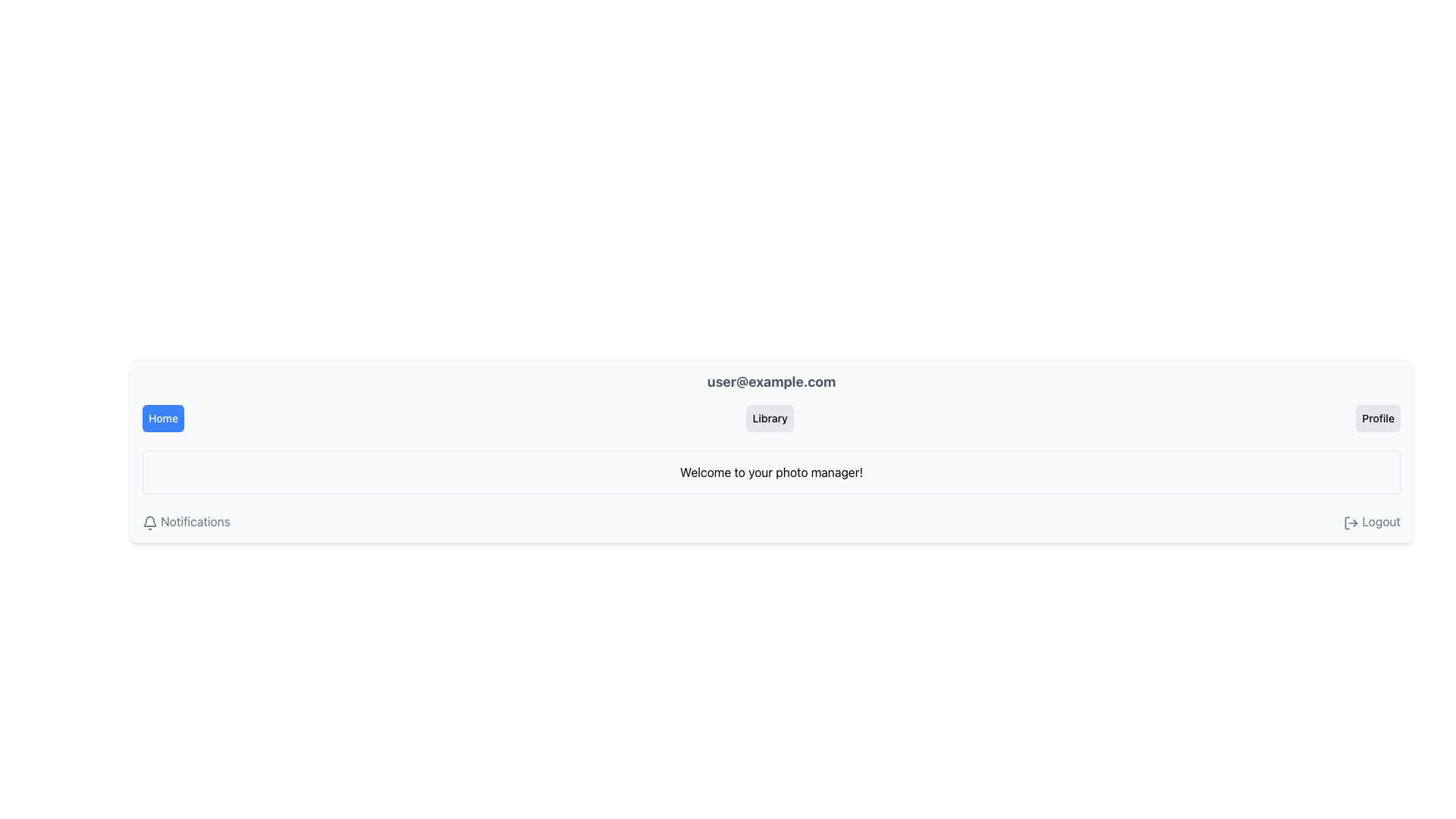 The image size is (1456, 819). What do you see at coordinates (185, 520) in the screenshot?
I see `the link element that navigates to notifications, located on the lower-left corner of the visible interface, to change its color` at bounding box center [185, 520].